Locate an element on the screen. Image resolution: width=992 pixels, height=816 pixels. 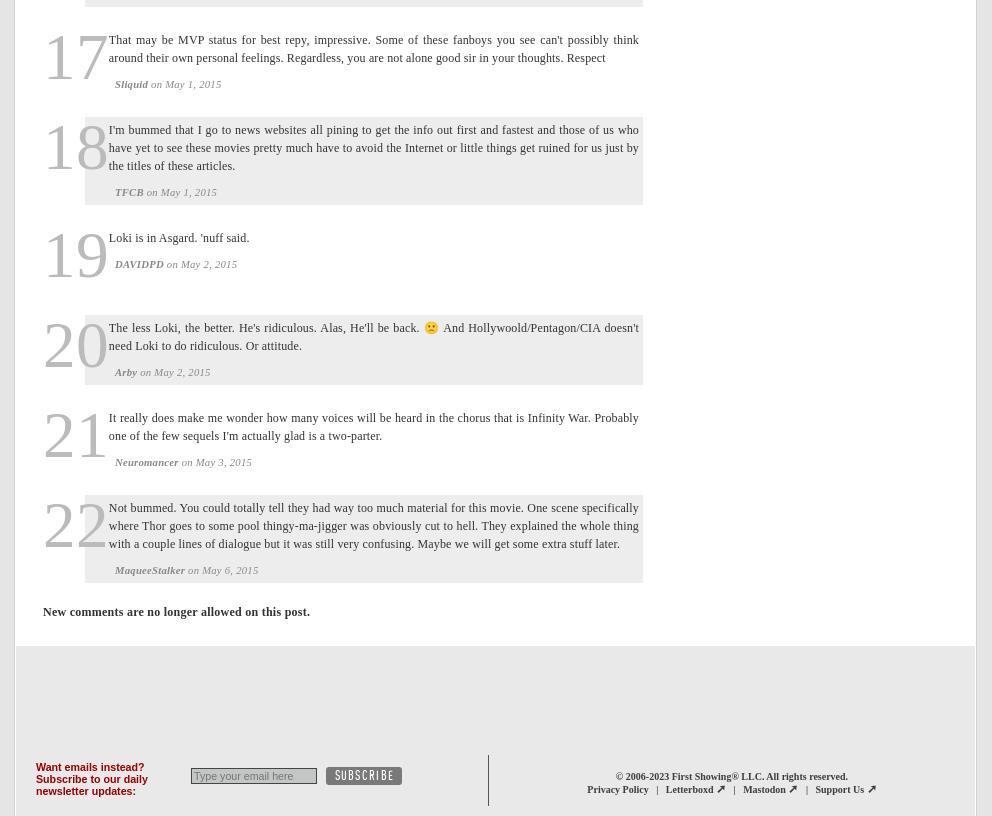
'on May 6, 2015' is located at coordinates (184, 569).